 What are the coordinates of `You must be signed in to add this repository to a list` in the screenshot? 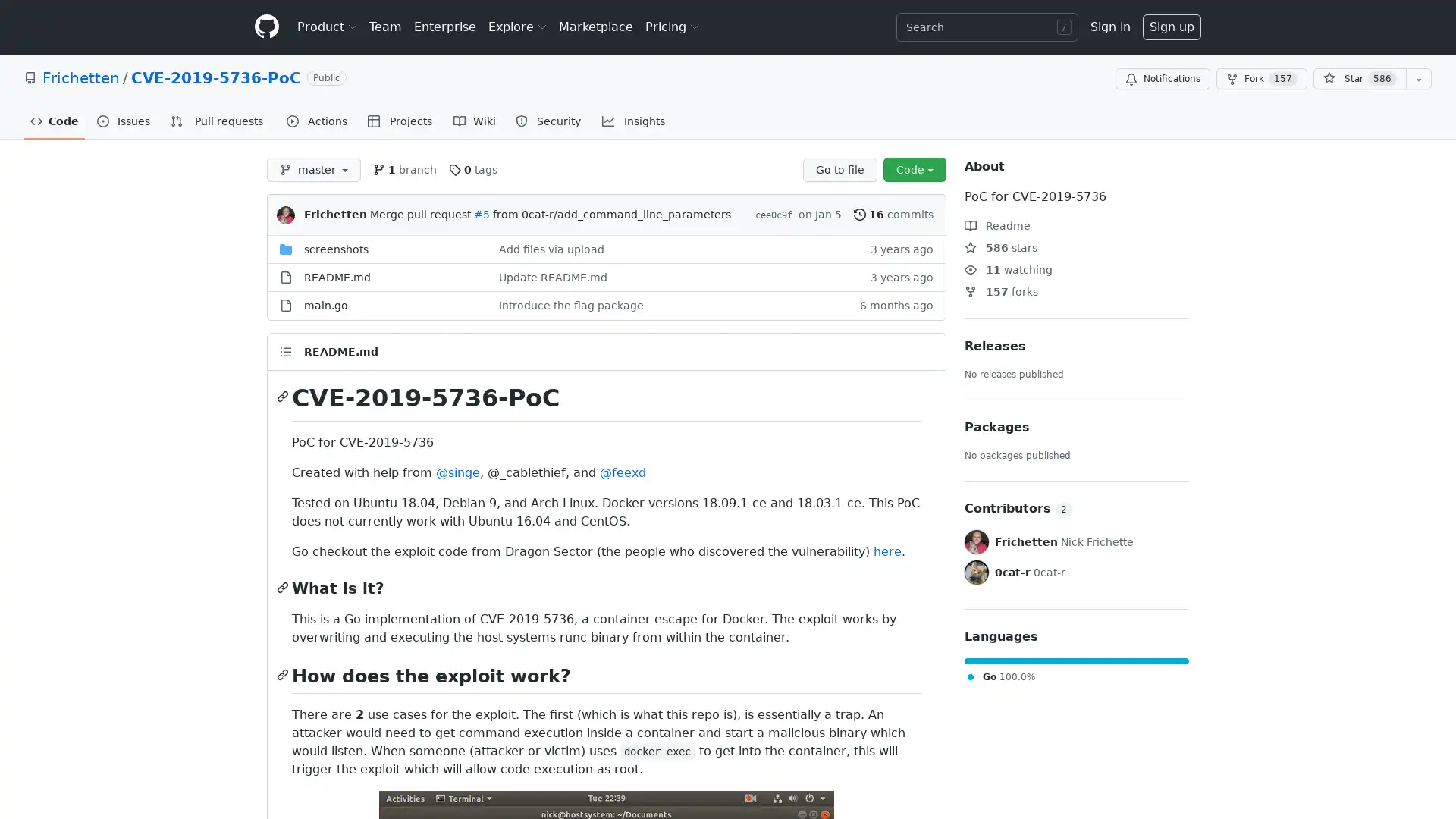 It's located at (1418, 79).